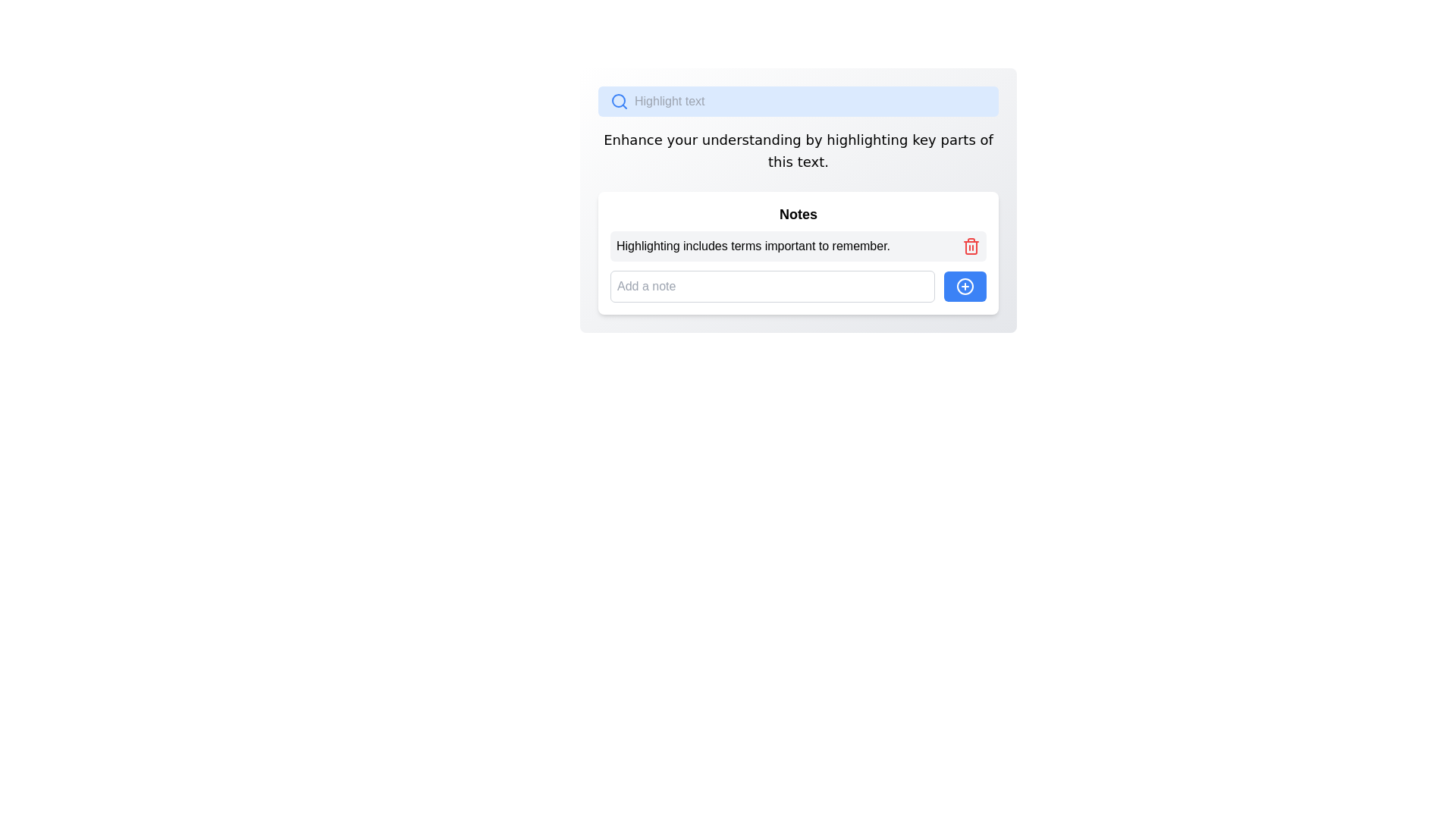 Image resolution: width=1456 pixels, height=819 pixels. Describe the element at coordinates (745, 140) in the screenshot. I see `the character 's' in the word 'understanding' on the light background, which is the 36th character in the text line` at that location.